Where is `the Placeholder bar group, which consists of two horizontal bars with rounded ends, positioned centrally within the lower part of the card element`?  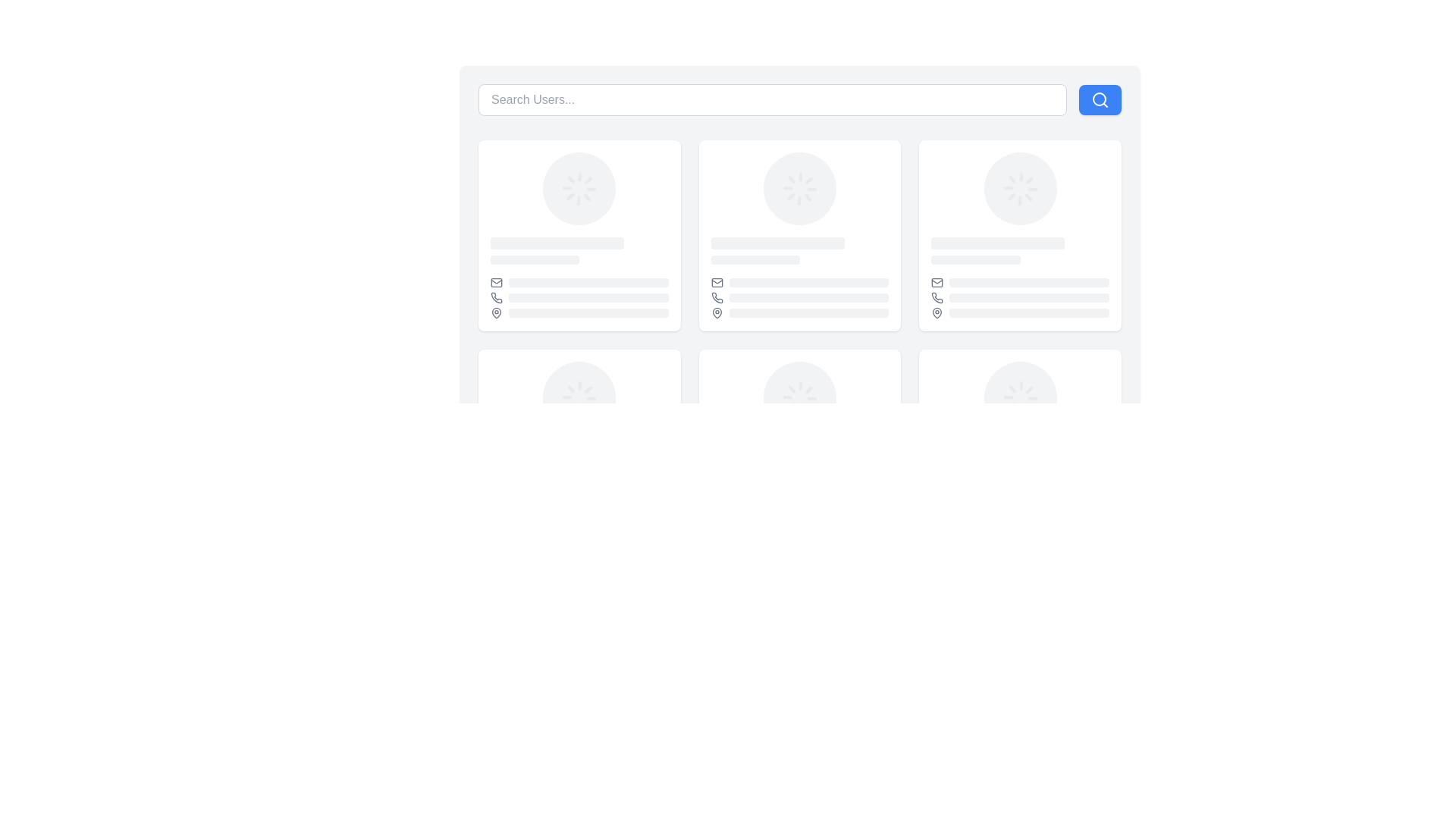 the Placeholder bar group, which consists of two horizontal bars with rounded ends, positioned centrally within the lower part of the card element is located at coordinates (1020, 250).